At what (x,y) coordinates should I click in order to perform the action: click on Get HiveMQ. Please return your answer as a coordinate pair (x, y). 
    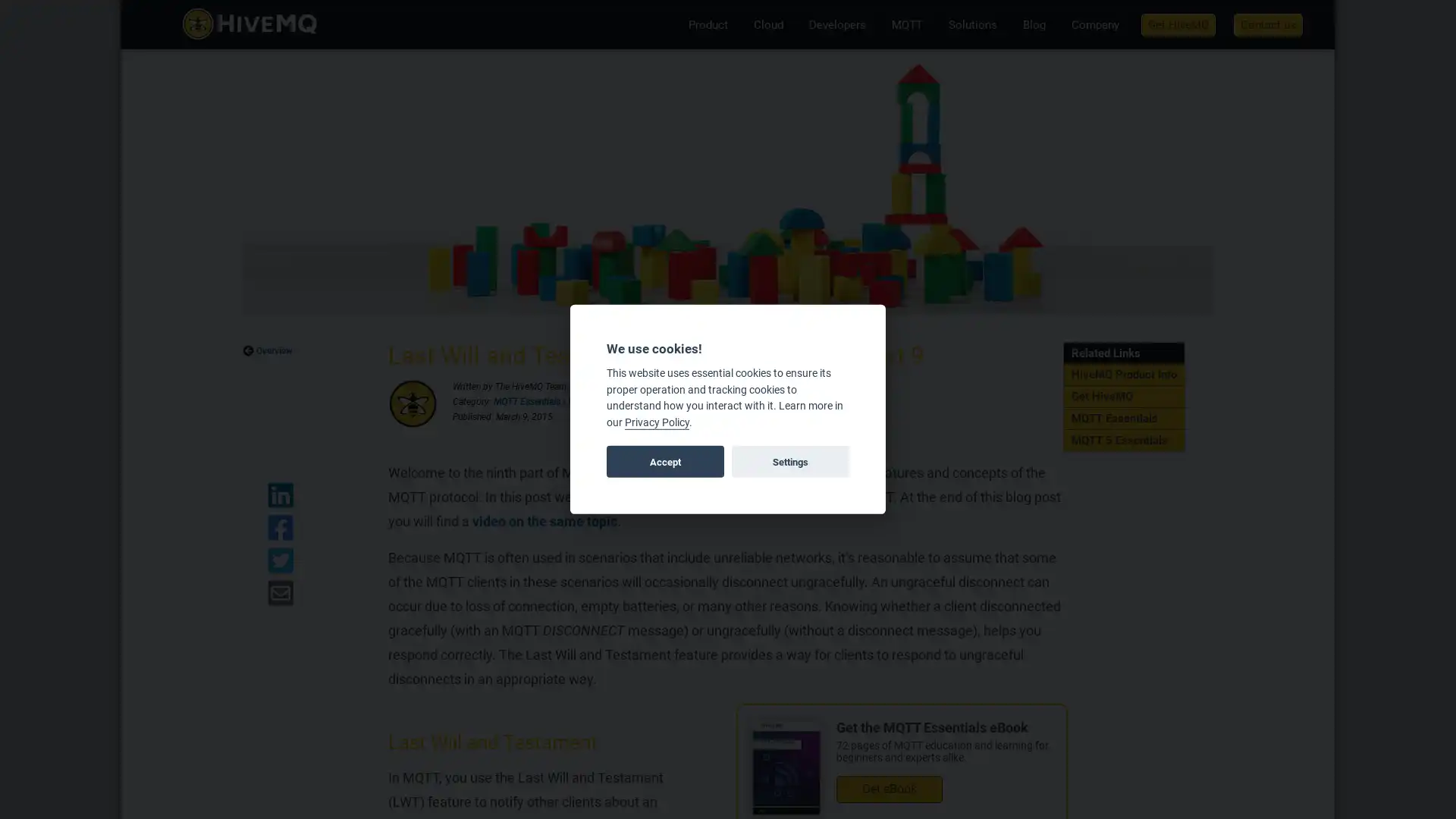
    Looking at the image, I should click on (1178, 24).